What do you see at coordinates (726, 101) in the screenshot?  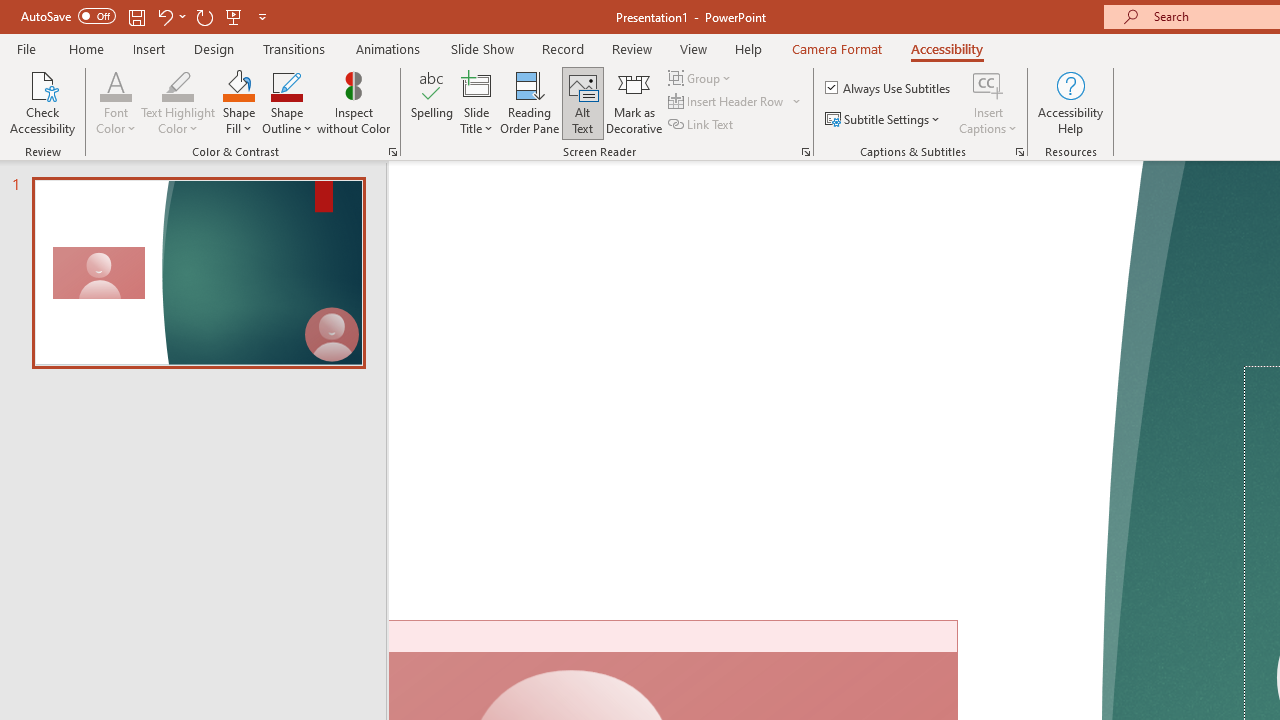 I see `'Insert Header Row'` at bounding box center [726, 101].